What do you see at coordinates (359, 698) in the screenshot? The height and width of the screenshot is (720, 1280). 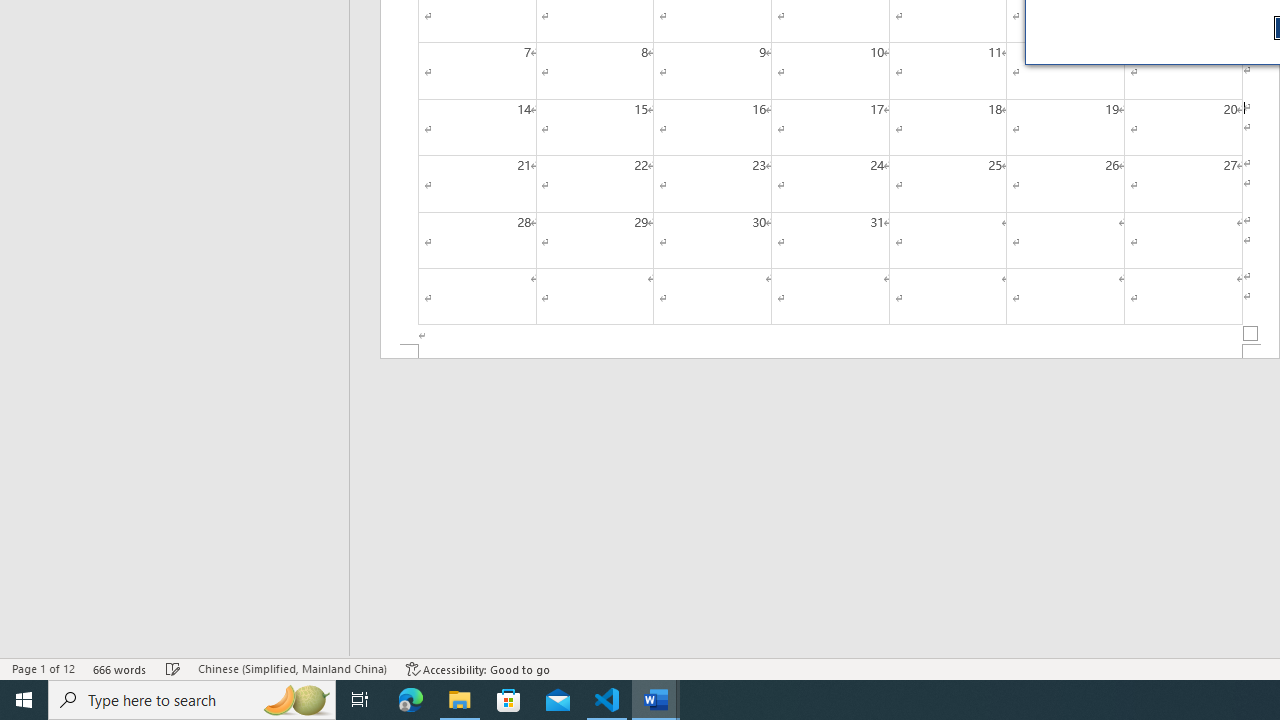 I see `'Task View'` at bounding box center [359, 698].